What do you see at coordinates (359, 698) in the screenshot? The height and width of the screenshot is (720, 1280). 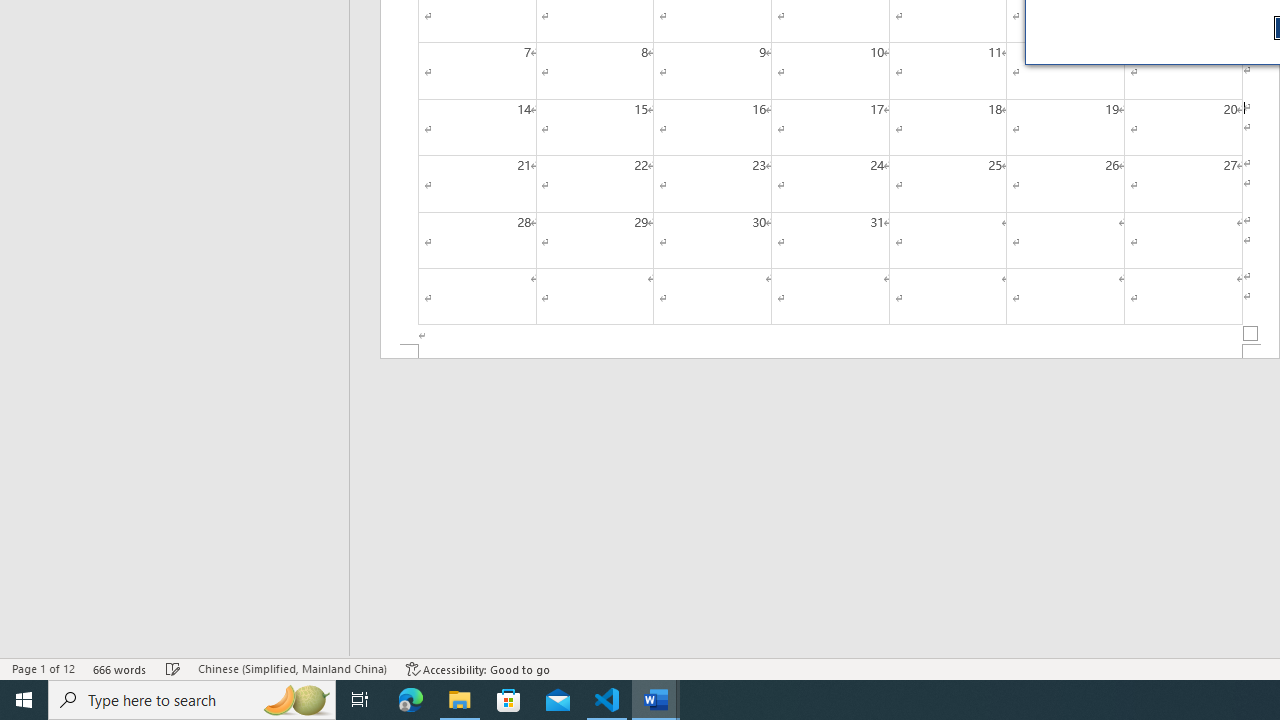 I see `'Task View'` at bounding box center [359, 698].